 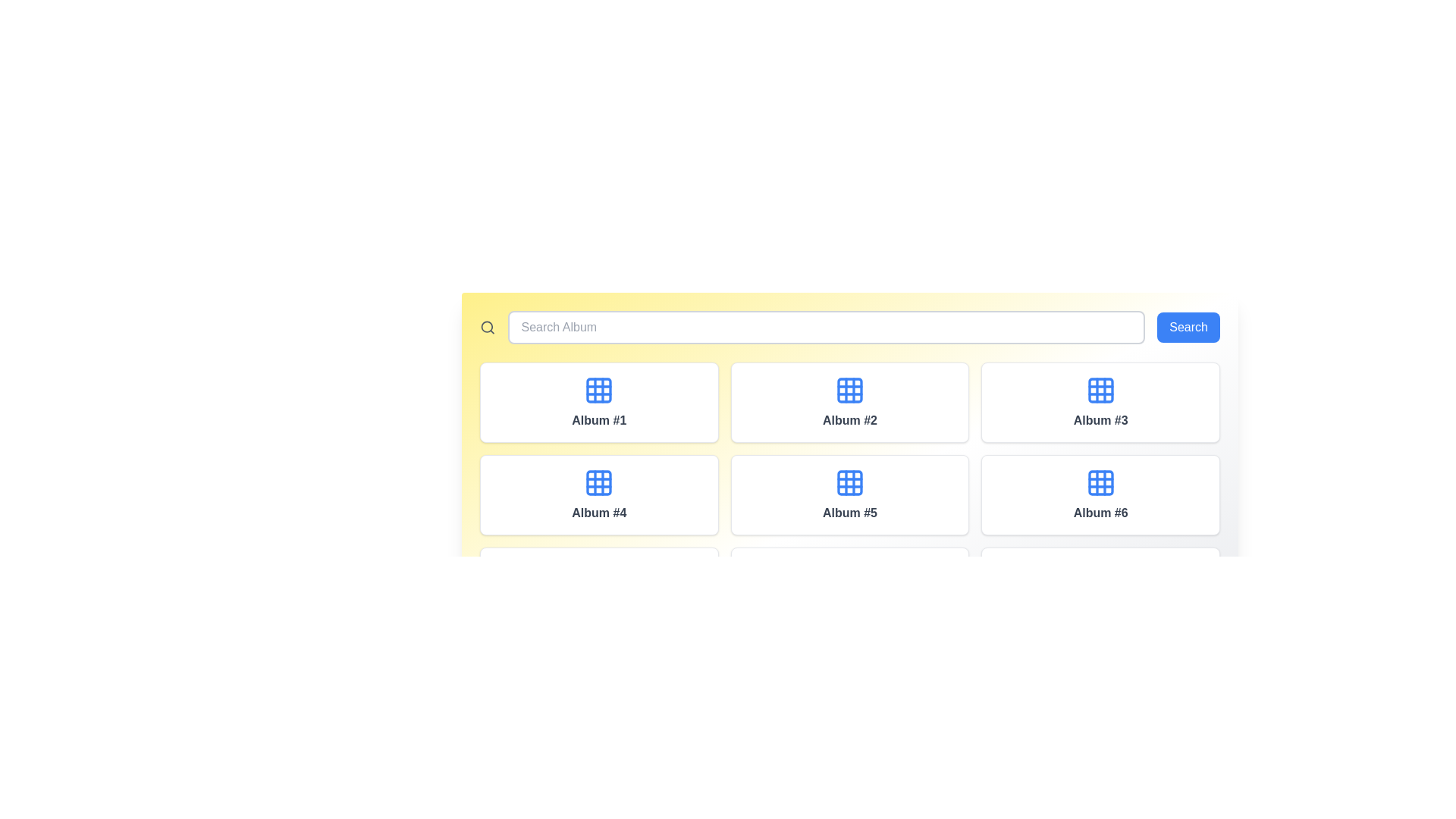 What do you see at coordinates (1188, 327) in the screenshot?
I see `the blue 'Search' button with rounded corners` at bounding box center [1188, 327].